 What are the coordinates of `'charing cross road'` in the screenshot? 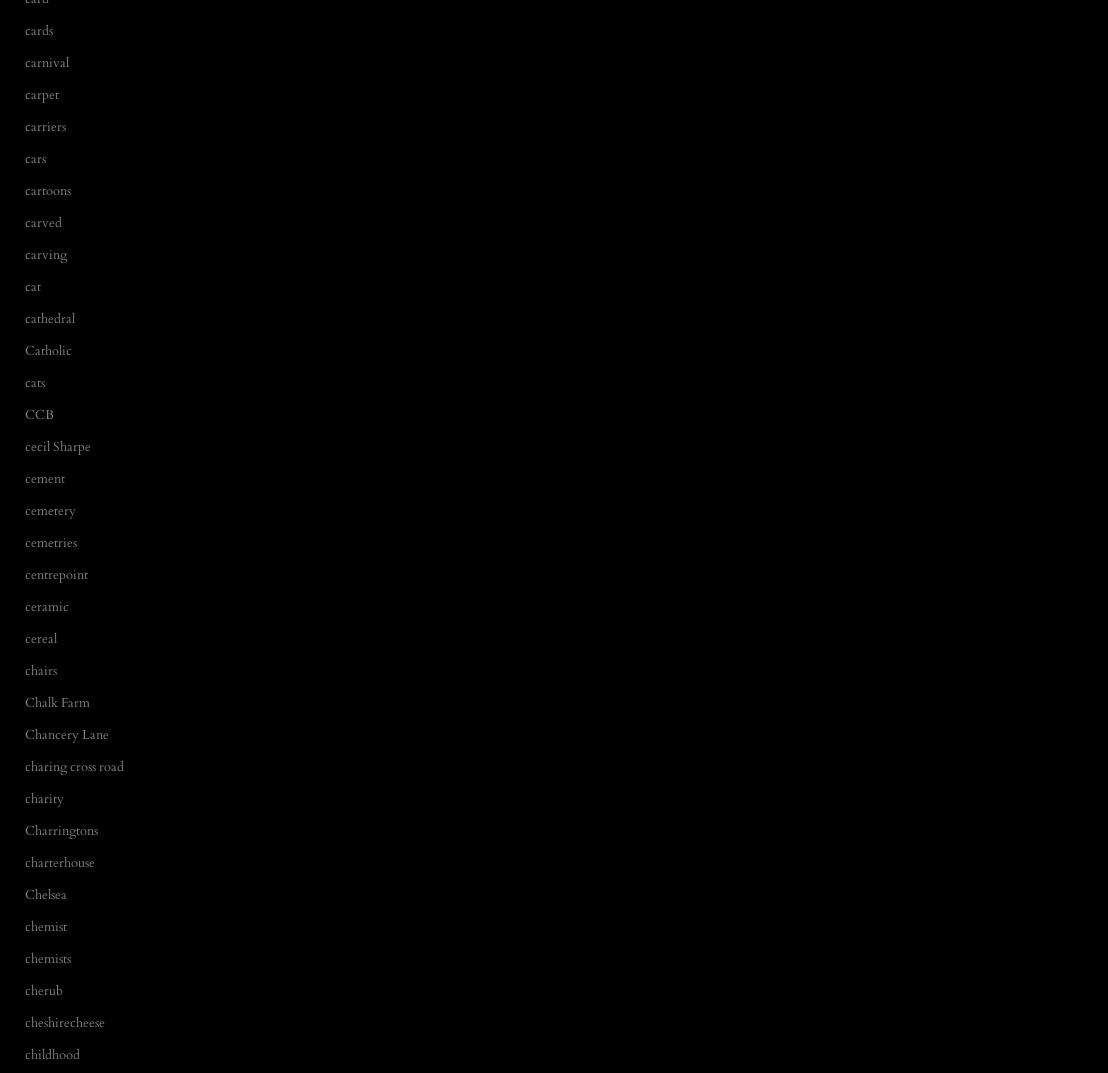 It's located at (25, 765).